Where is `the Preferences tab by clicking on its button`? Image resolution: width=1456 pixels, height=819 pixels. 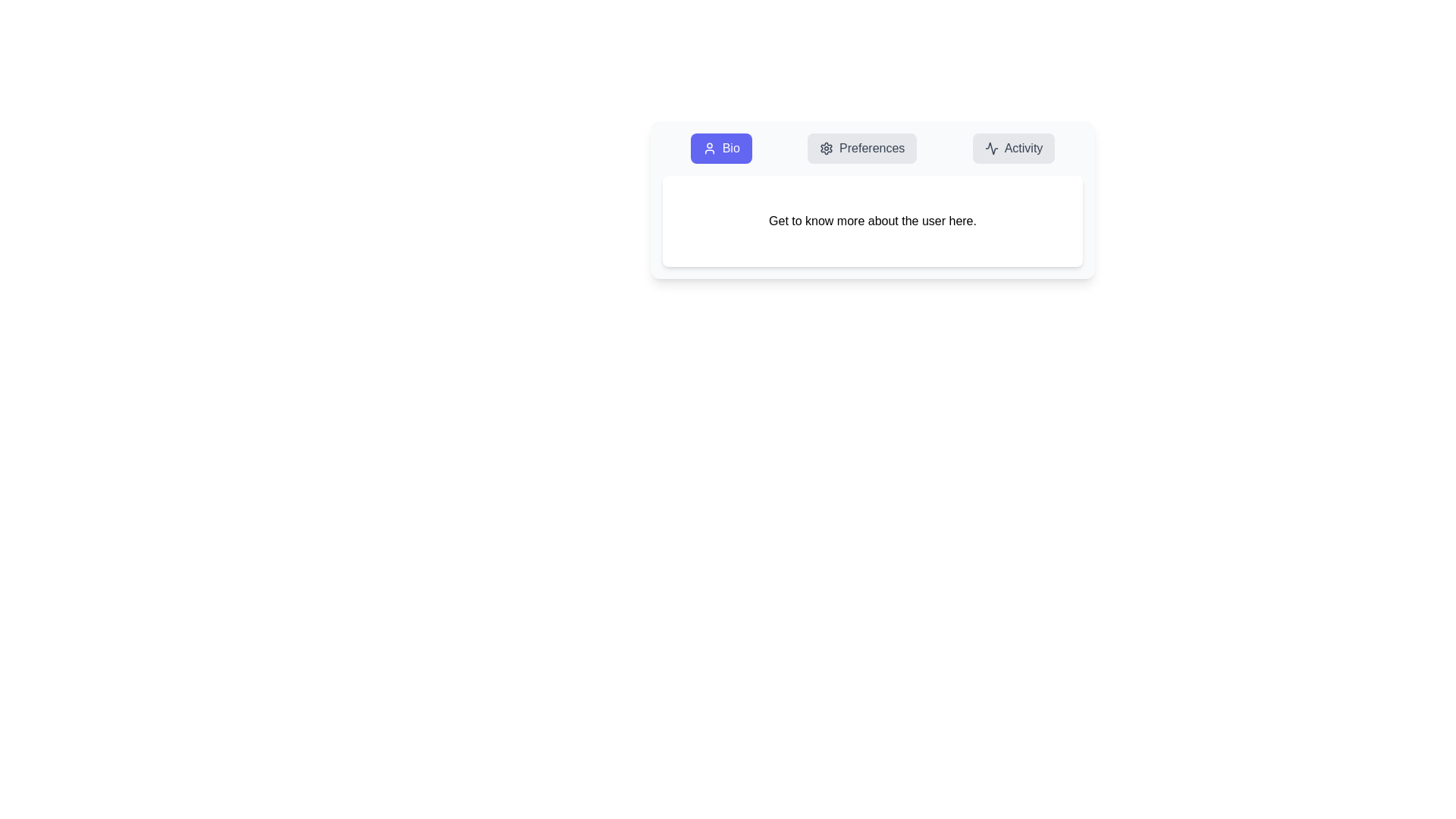
the Preferences tab by clicking on its button is located at coordinates (862, 149).